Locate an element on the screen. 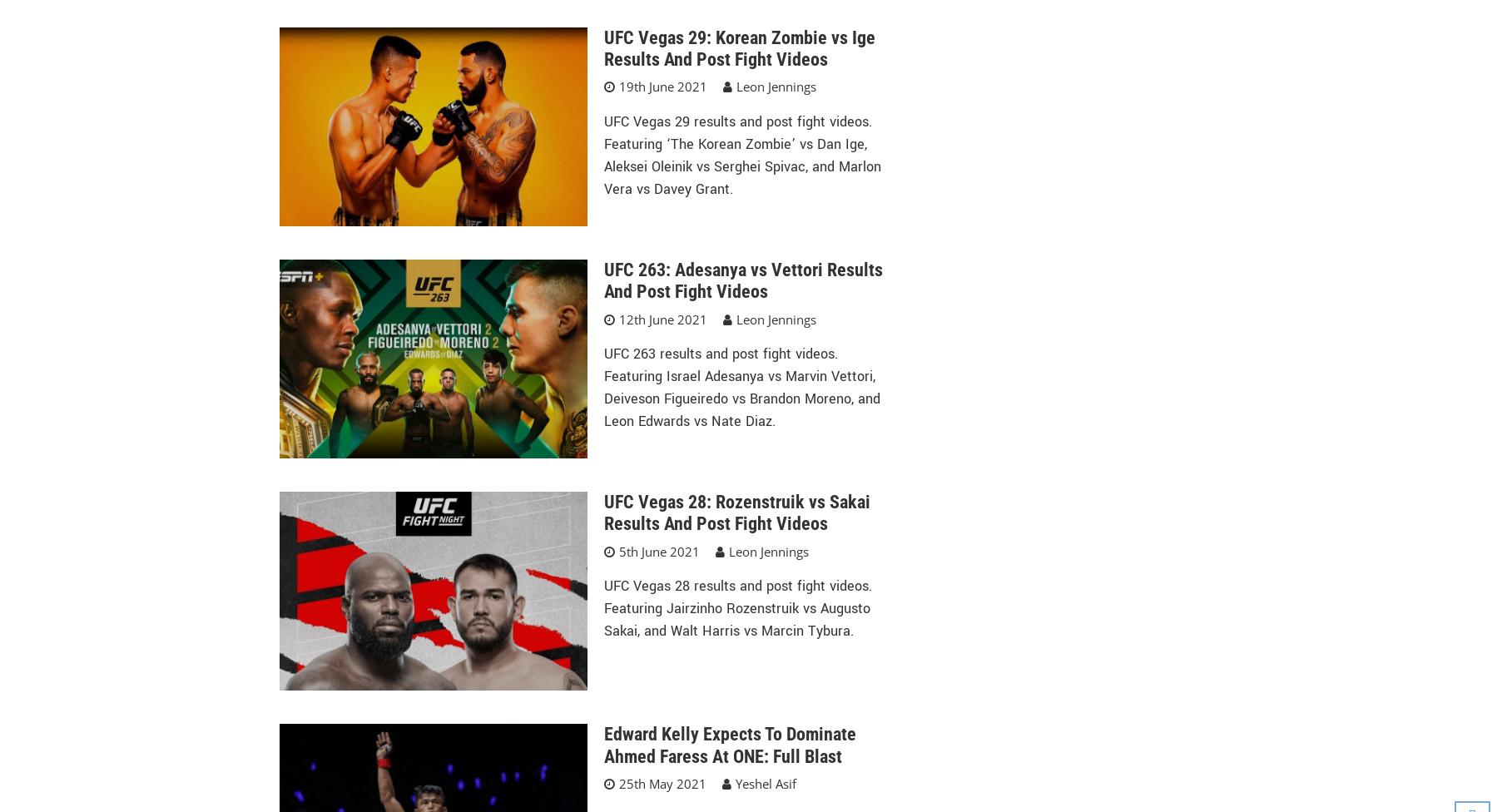 Image resolution: width=1507 pixels, height=812 pixels. 'UFC Vegas 29 results and post fight videos. Featuring ‘The Korean Zombie’ vs Dan Ige, Aleksei Oleinik vs Serghei Spivac, and Marlon Vera vs Davey Grant.' is located at coordinates (741, 154).